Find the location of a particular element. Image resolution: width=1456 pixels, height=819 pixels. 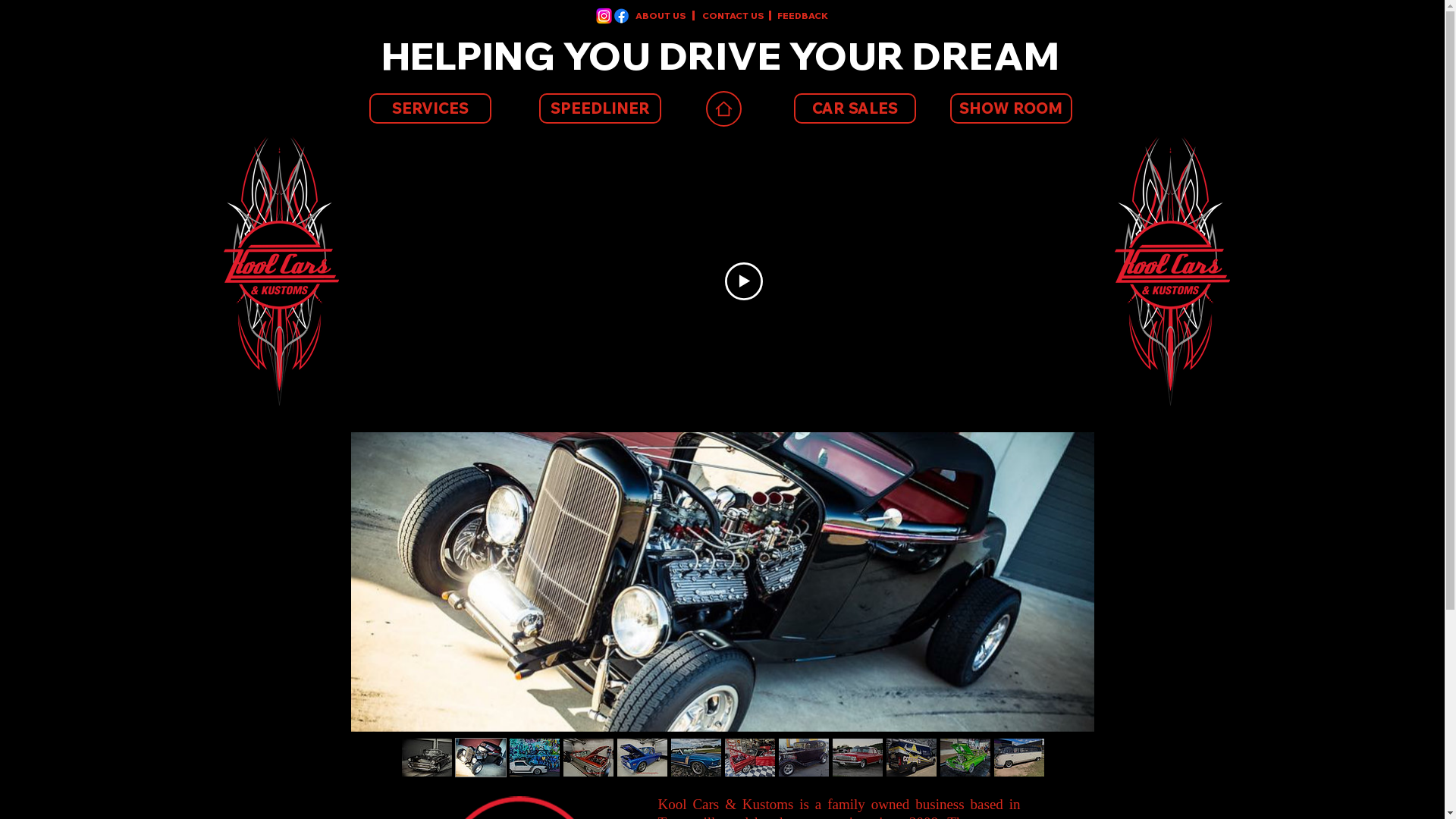

'SERVICES' is located at coordinates (428, 107).